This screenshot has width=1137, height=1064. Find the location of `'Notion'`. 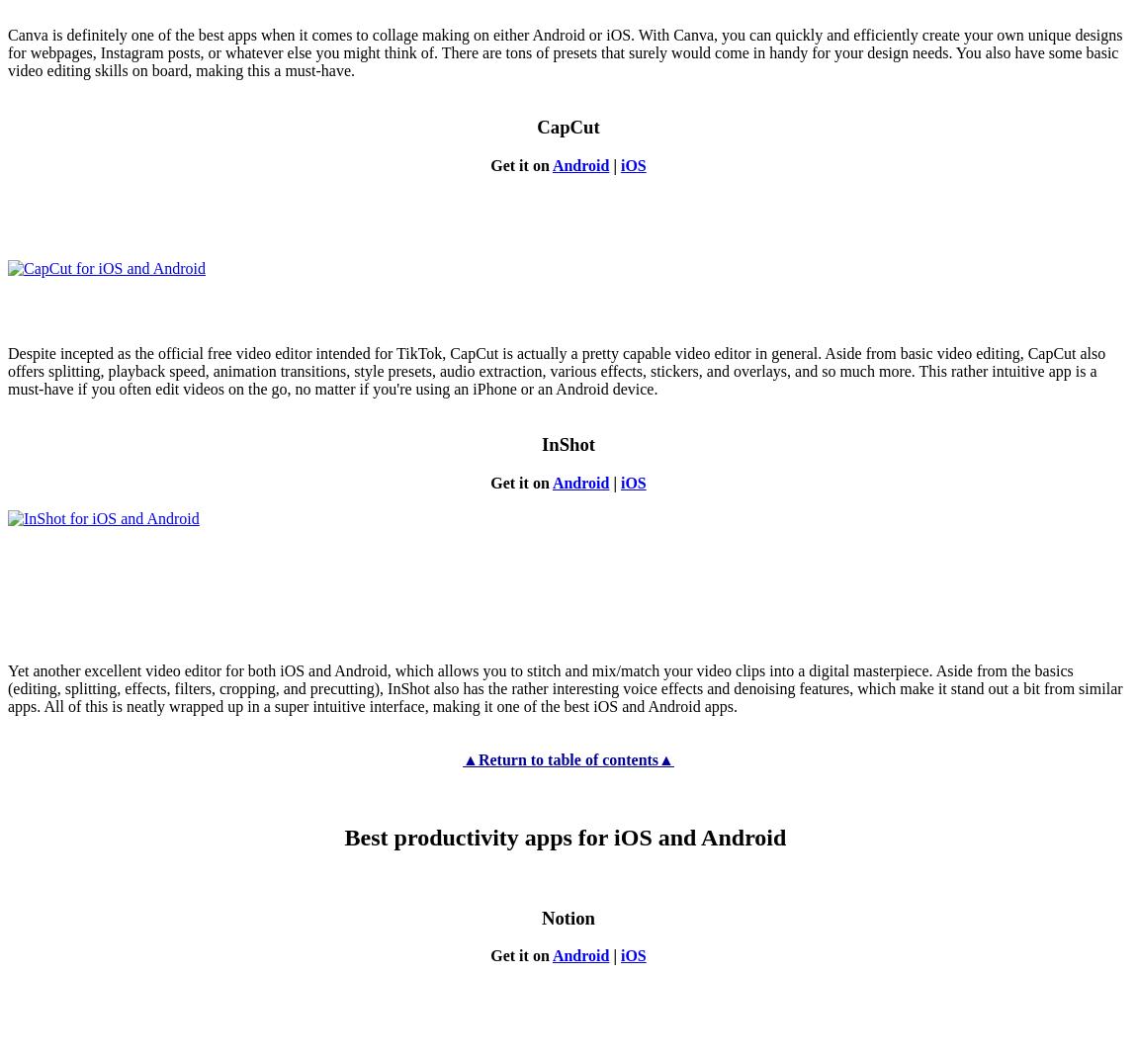

'Notion' is located at coordinates (568, 916).